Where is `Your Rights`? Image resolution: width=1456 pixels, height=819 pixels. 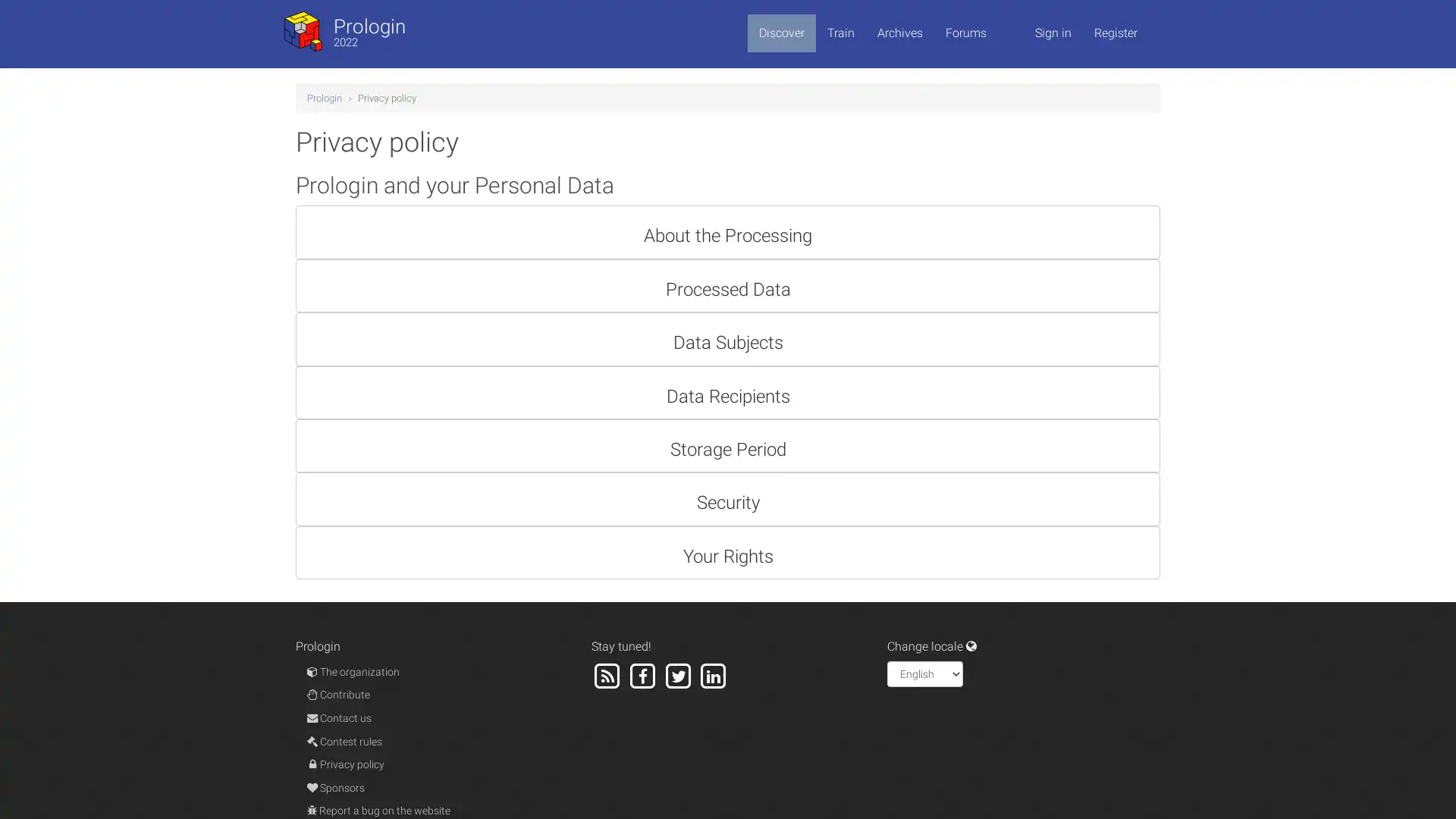
Your Rights is located at coordinates (728, 552).